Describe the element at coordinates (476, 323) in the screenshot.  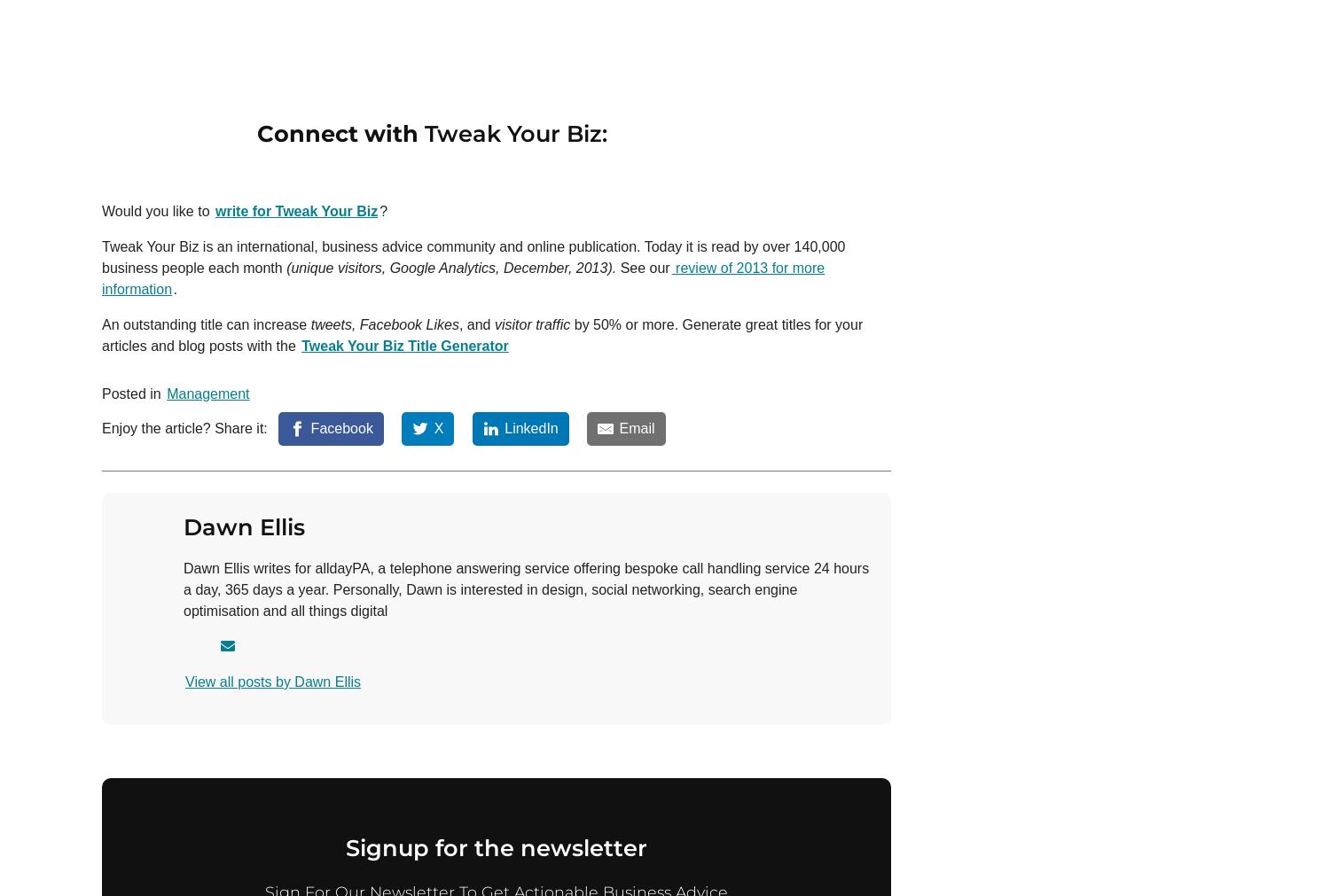
I see `', and'` at that location.